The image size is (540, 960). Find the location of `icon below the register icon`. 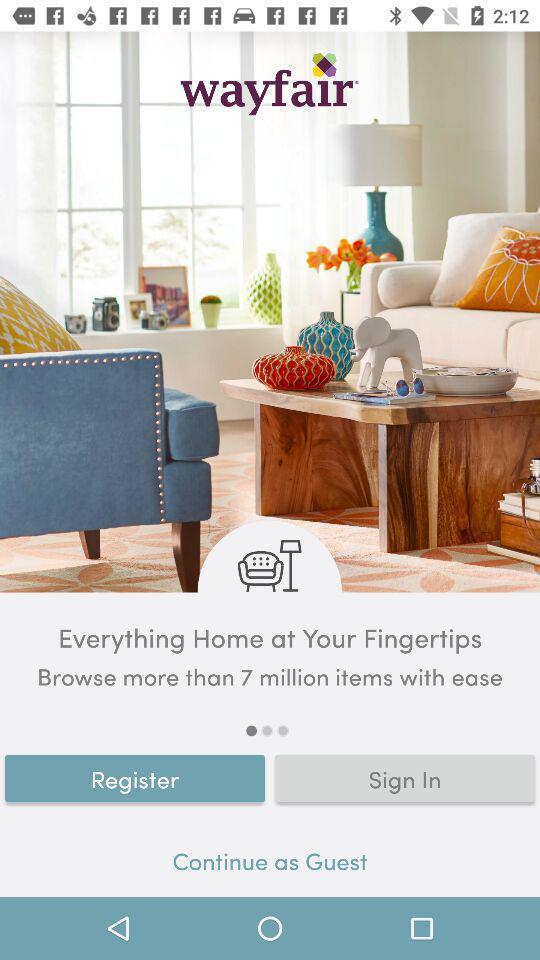

icon below the register icon is located at coordinates (270, 863).